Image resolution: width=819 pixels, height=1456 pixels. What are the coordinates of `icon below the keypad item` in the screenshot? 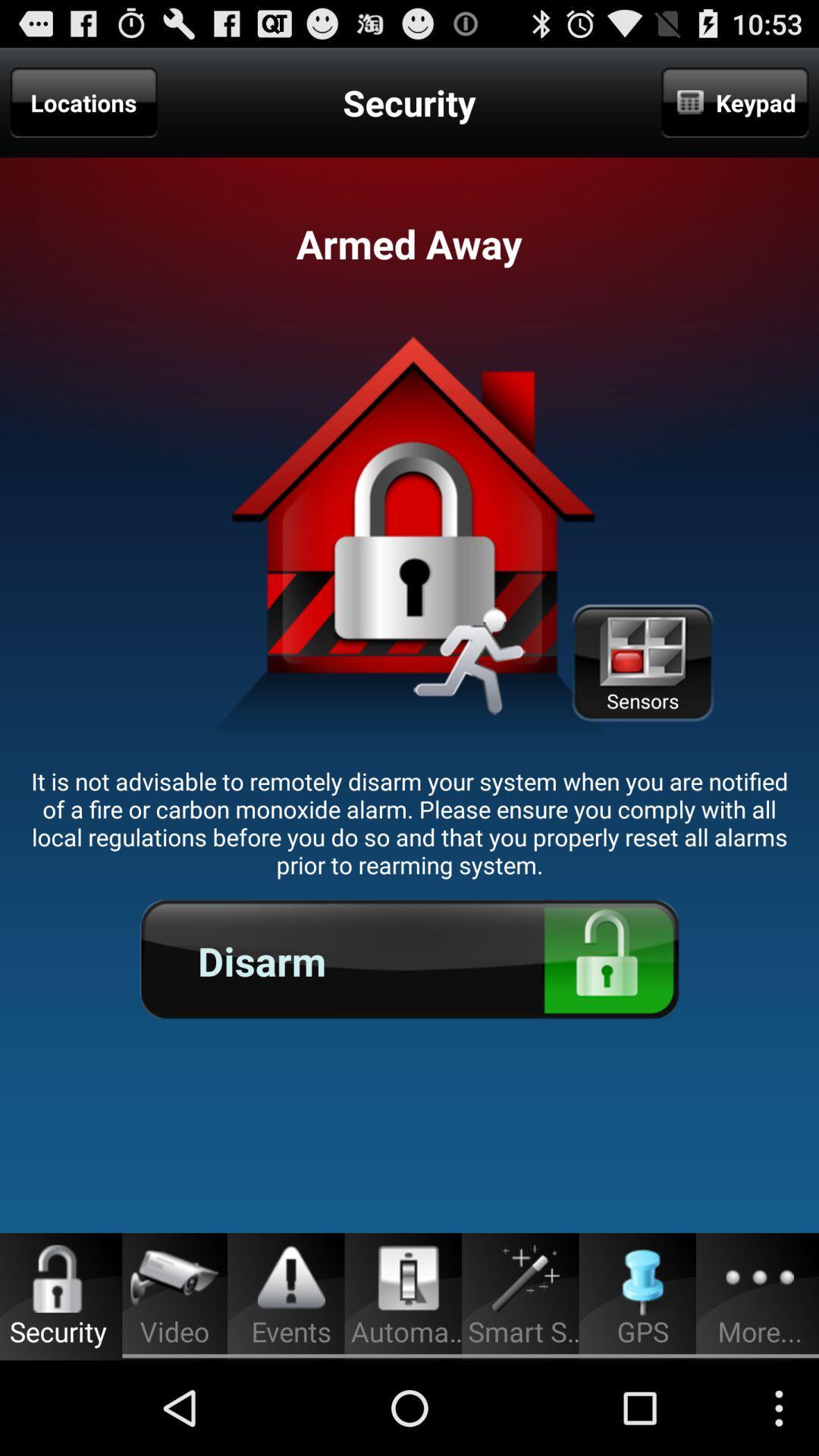 It's located at (642, 663).